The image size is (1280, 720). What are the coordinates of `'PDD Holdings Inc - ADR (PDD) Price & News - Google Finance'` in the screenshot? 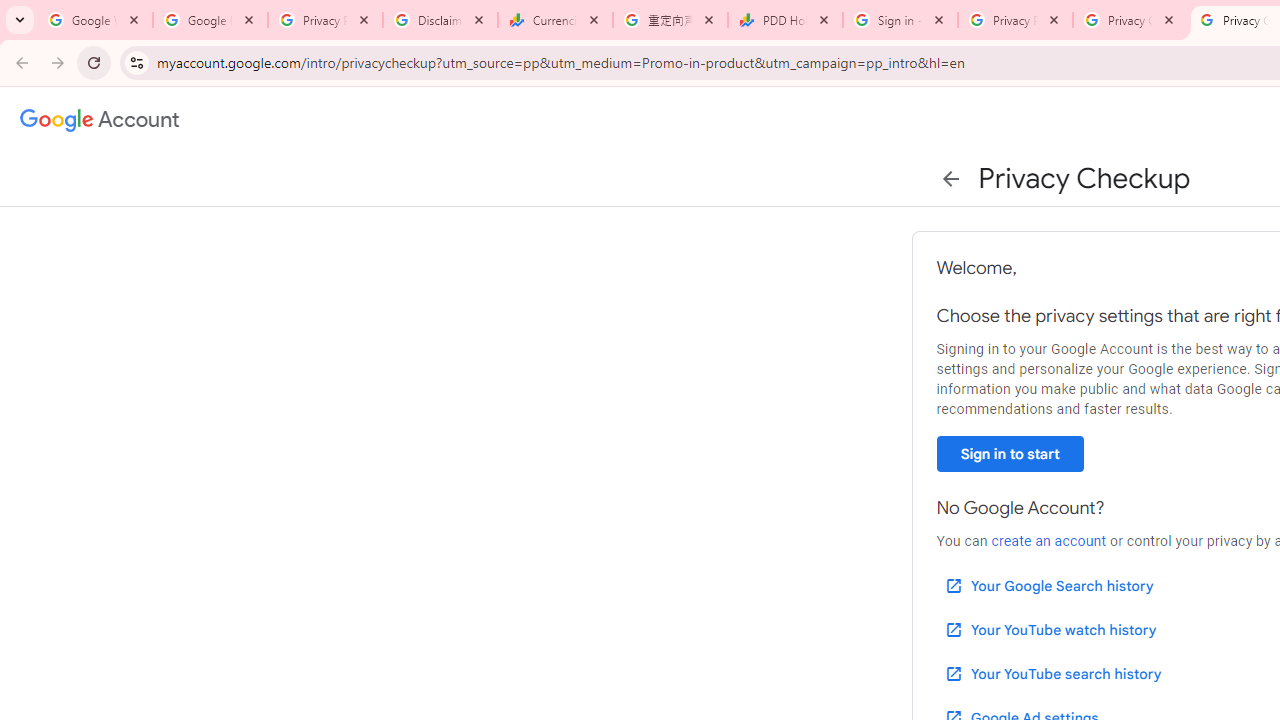 It's located at (784, 20).